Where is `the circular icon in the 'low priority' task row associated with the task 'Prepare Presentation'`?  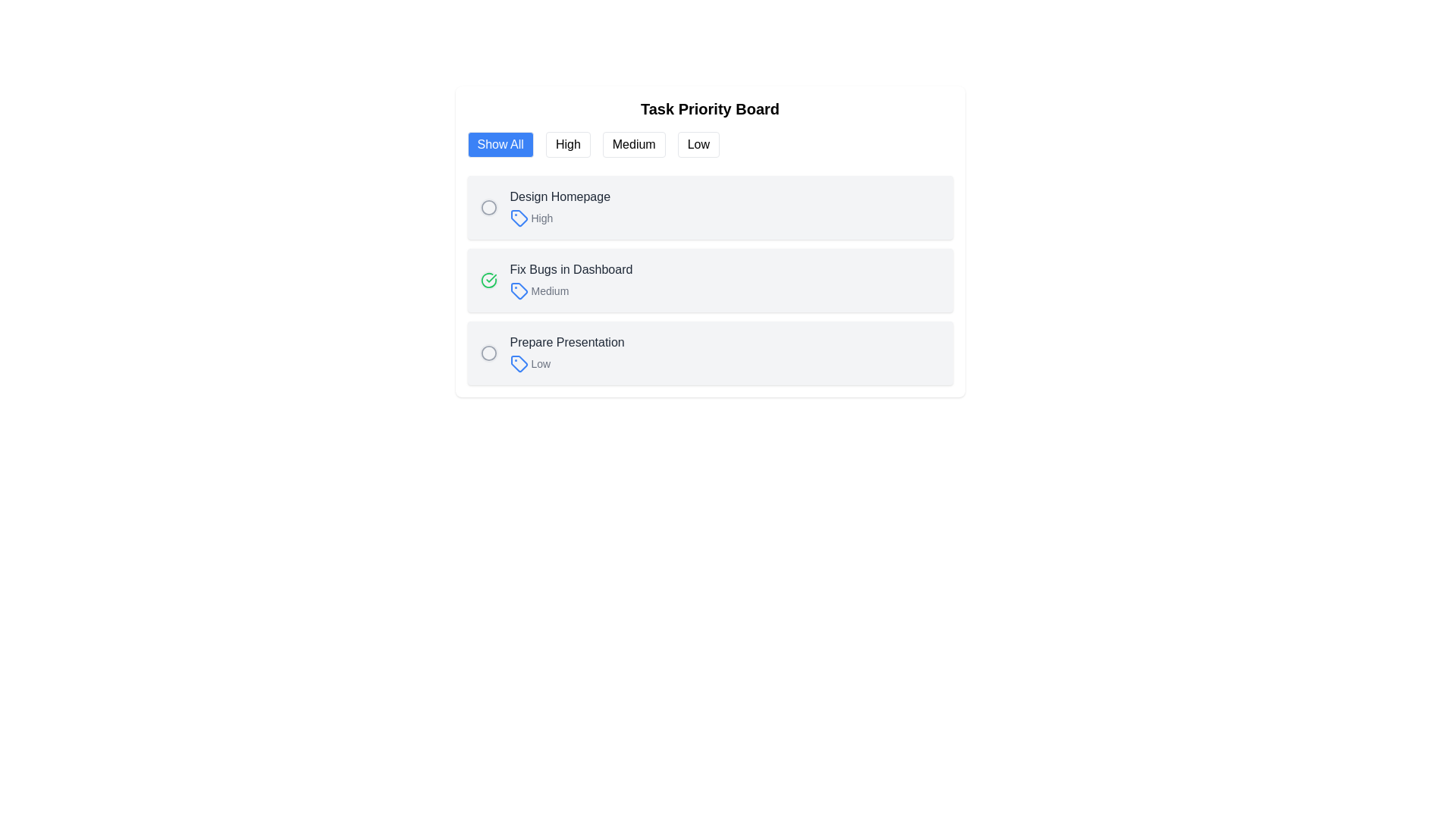
the circular icon in the 'low priority' task row associated with the task 'Prepare Presentation' is located at coordinates (488, 353).